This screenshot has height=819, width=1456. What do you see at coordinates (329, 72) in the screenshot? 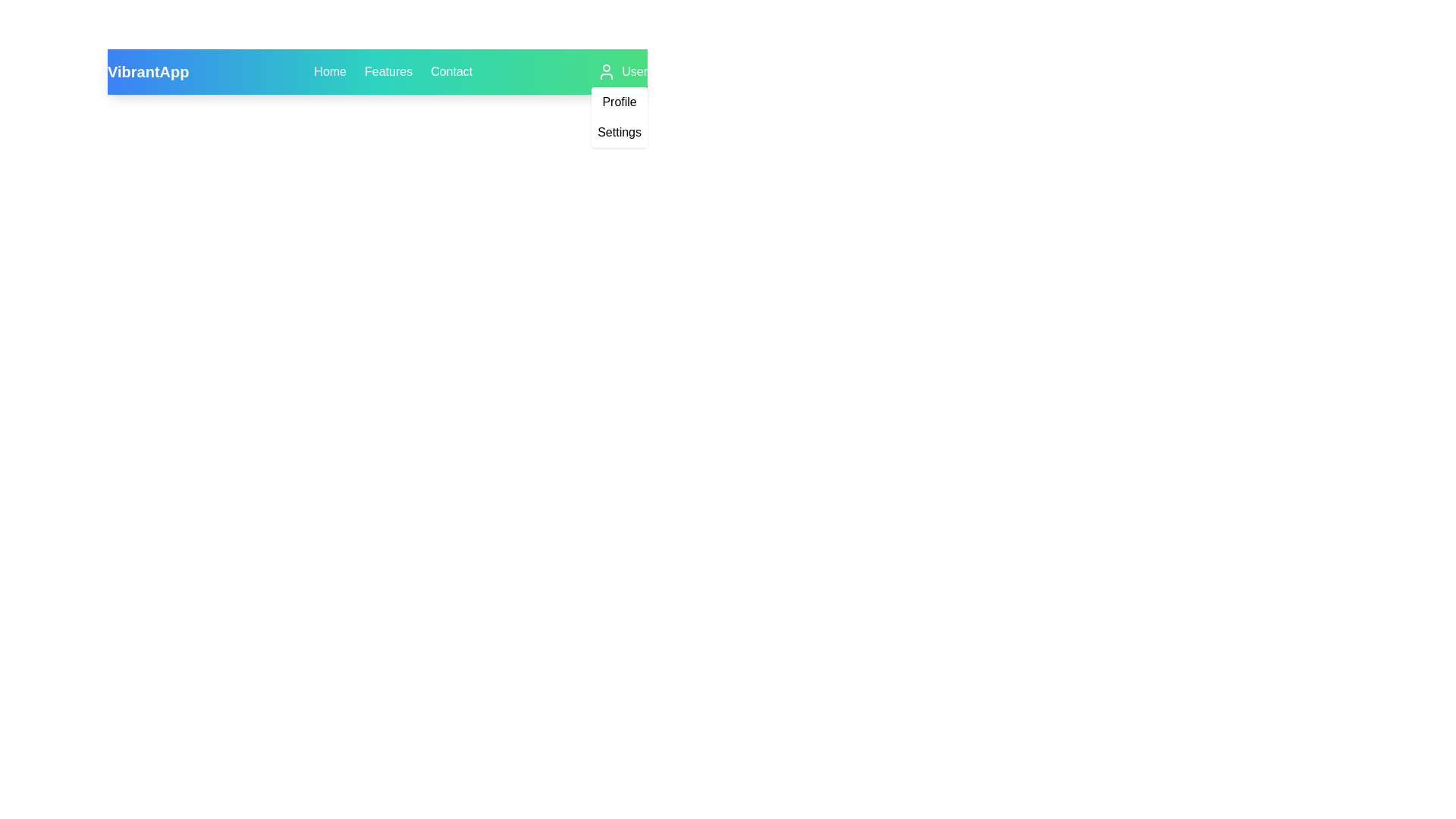
I see `the Home navigation link` at bounding box center [329, 72].